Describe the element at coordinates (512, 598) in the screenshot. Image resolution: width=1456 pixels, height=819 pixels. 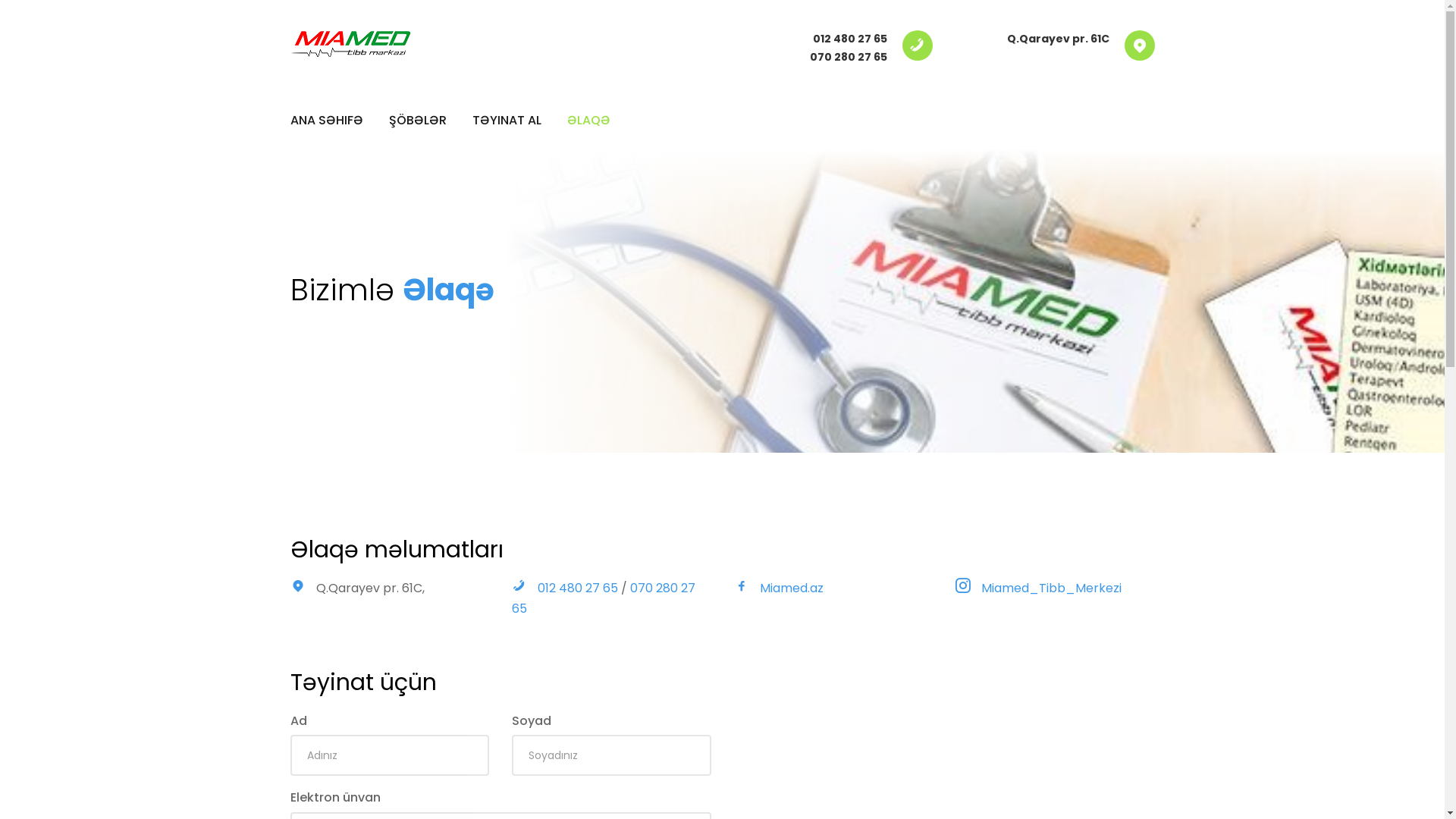
I see `'070 280 27 65'` at that location.